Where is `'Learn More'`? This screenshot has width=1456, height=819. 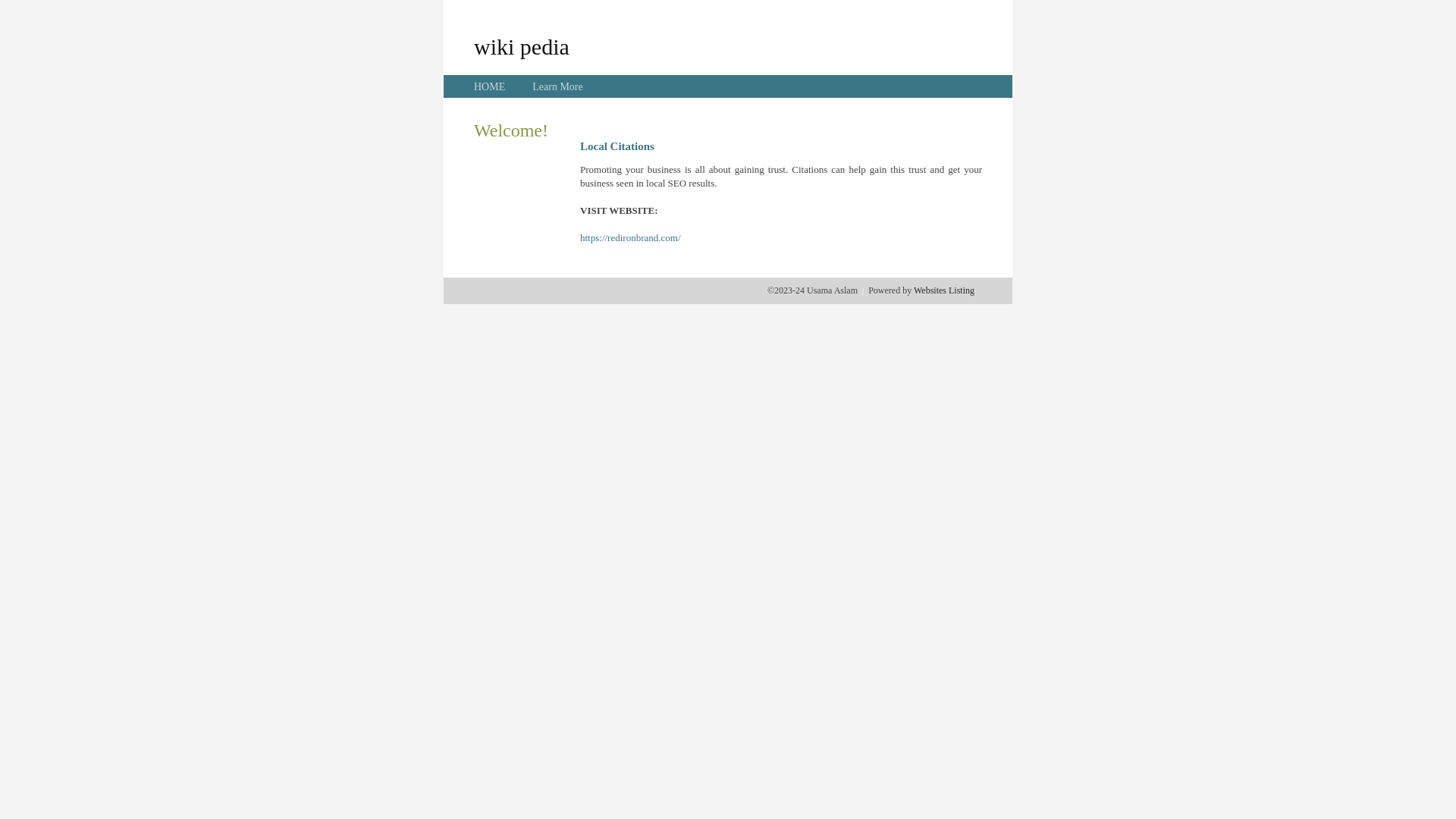 'Learn More' is located at coordinates (532, 86).